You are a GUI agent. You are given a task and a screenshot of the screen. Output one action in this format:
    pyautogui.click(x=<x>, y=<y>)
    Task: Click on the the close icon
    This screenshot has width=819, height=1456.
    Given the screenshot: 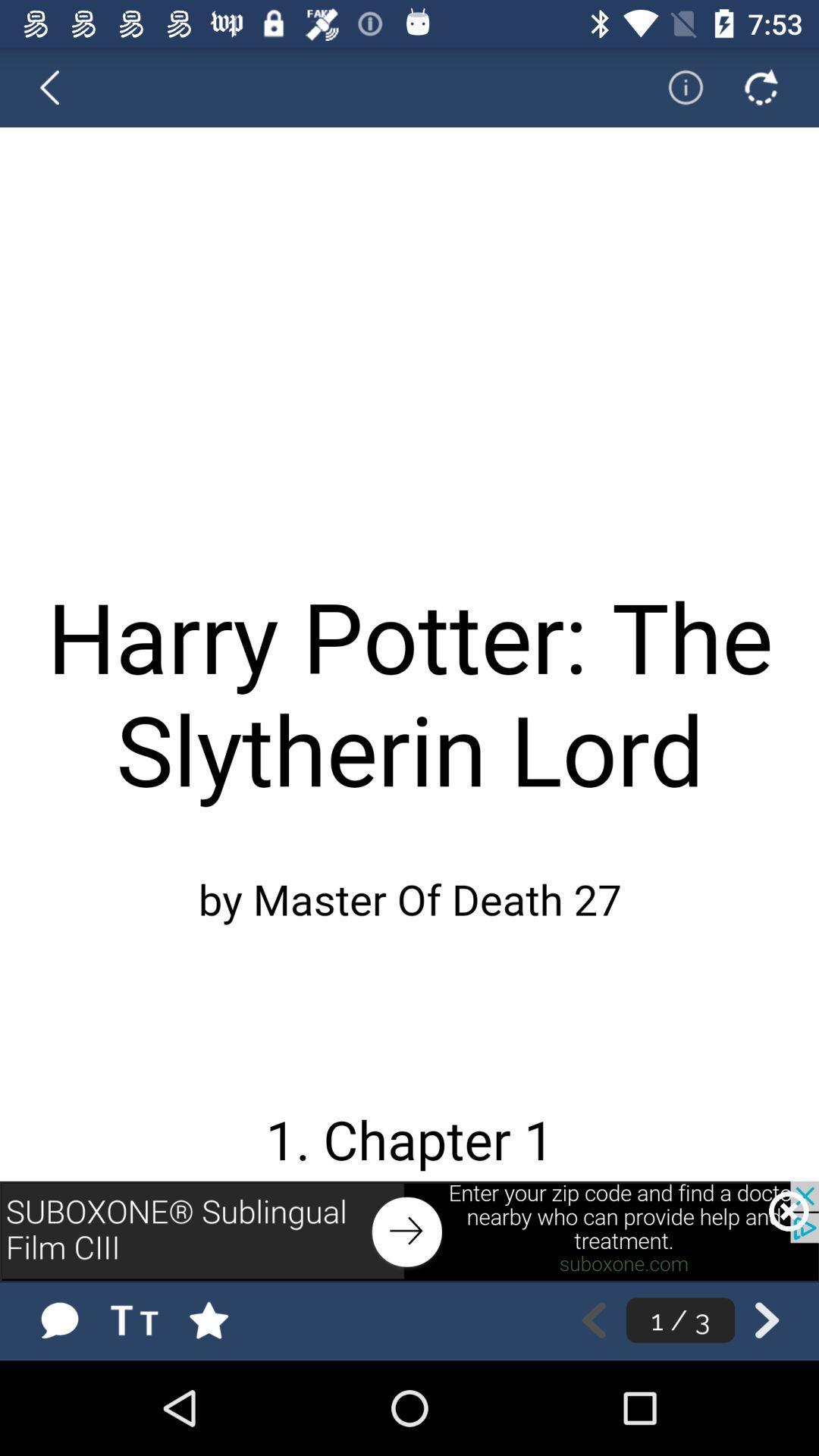 What is the action you would take?
    pyautogui.click(x=788, y=1210)
    